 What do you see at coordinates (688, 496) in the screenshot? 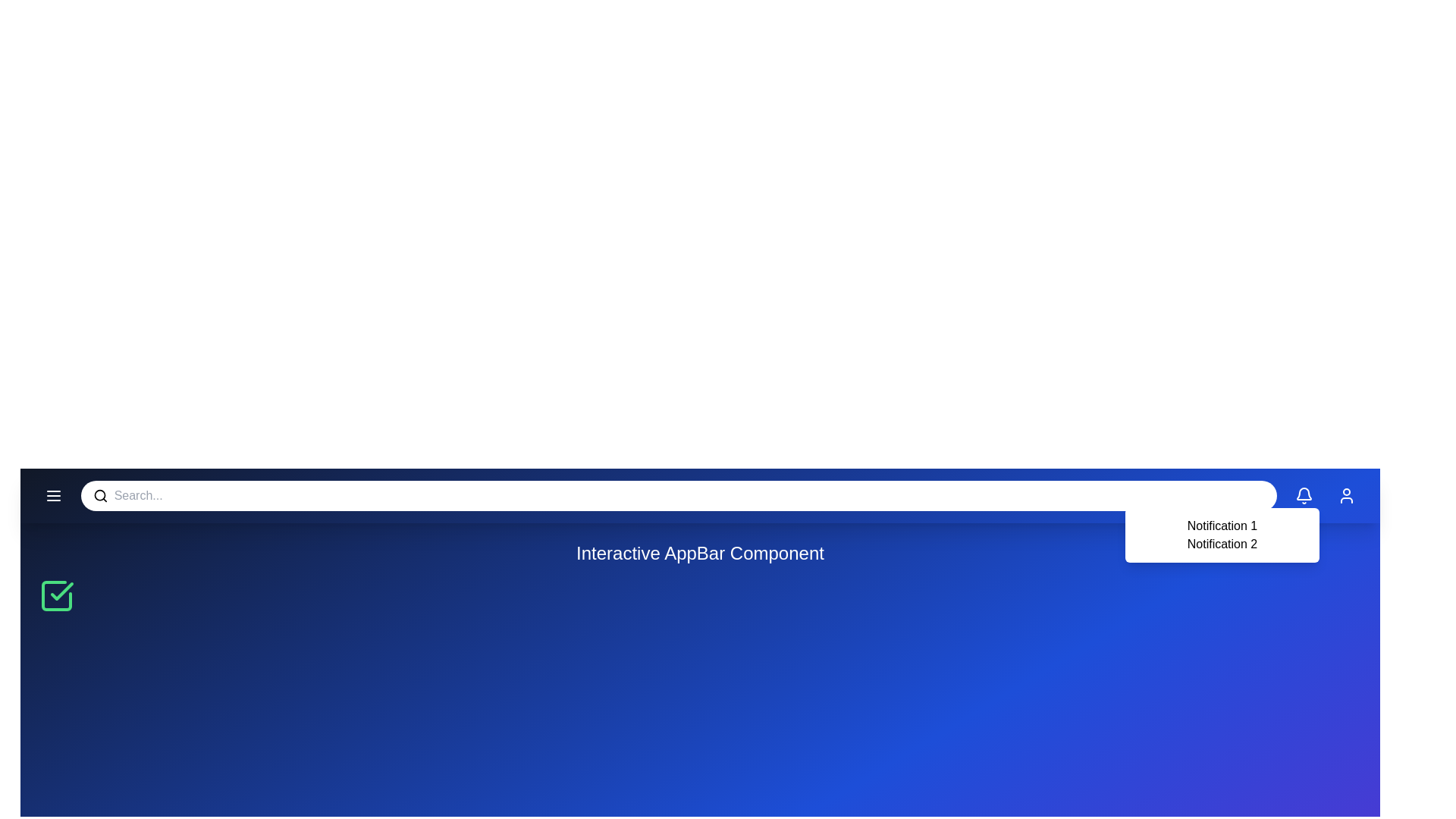
I see `the search input field to focus it` at bounding box center [688, 496].